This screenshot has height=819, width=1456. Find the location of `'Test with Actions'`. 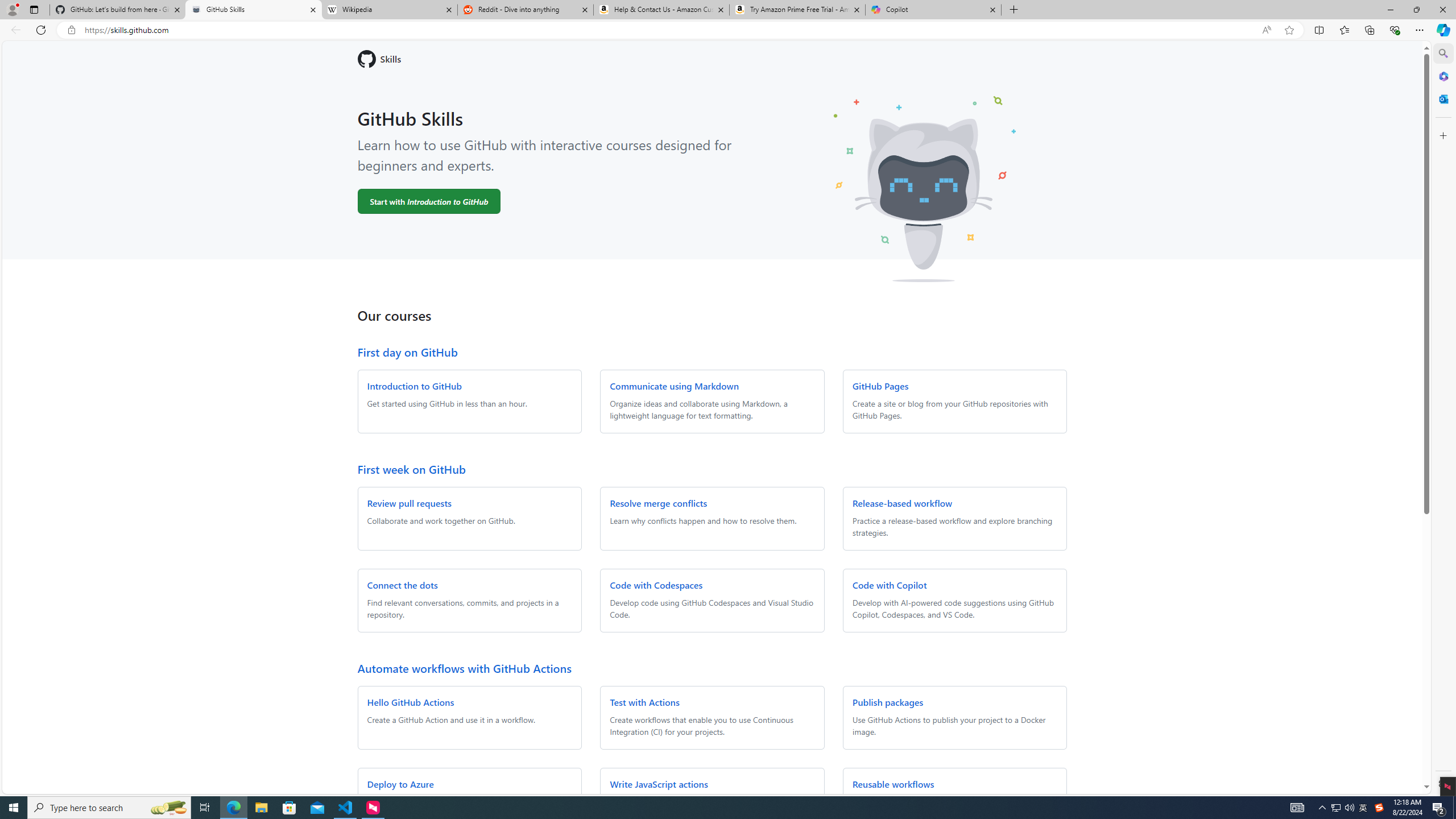

'Test with Actions' is located at coordinates (644, 701).